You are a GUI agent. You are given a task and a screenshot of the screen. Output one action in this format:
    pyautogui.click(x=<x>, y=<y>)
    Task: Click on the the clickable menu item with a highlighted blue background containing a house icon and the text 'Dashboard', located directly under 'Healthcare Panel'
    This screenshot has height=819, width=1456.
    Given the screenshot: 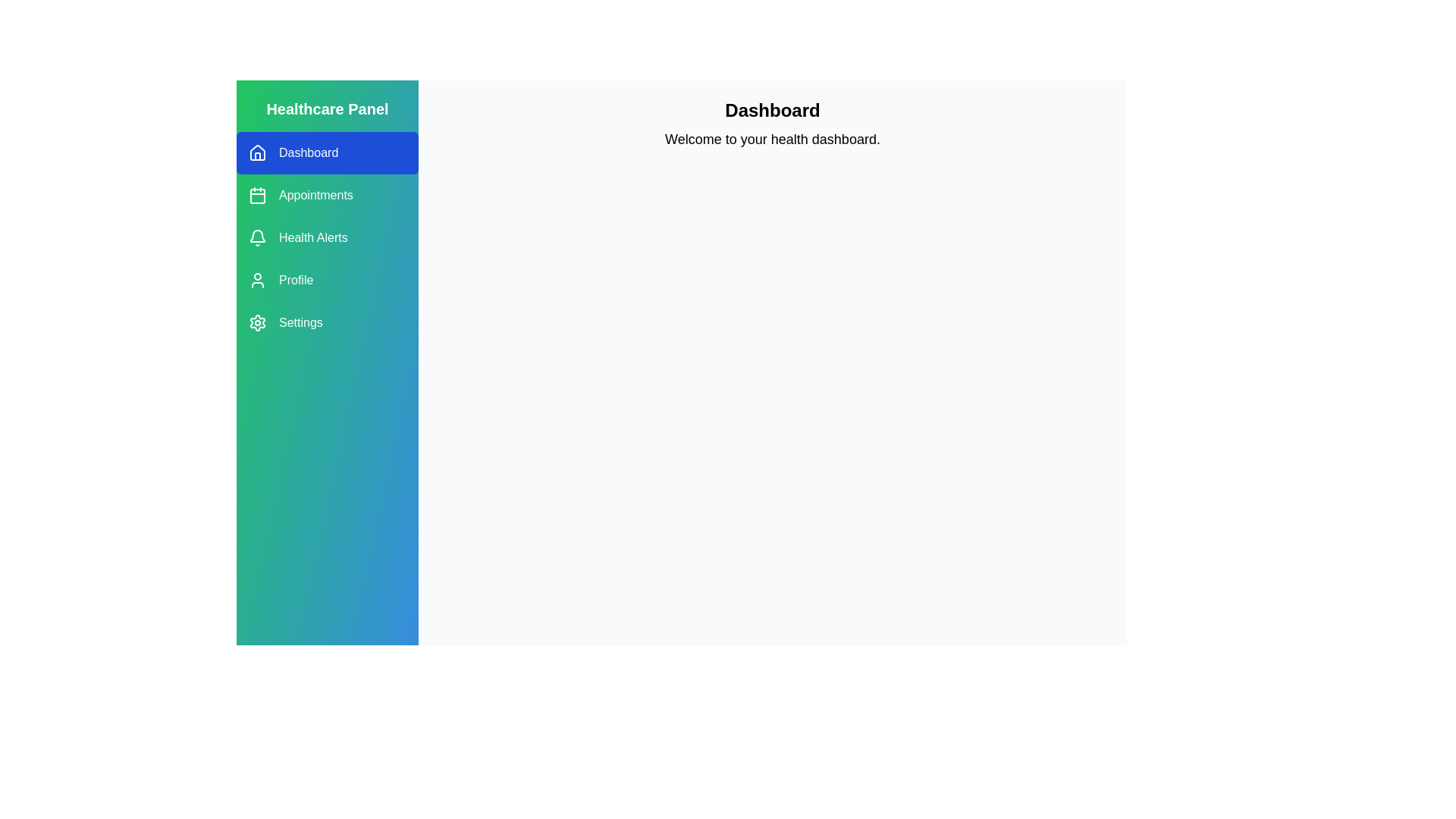 What is the action you would take?
    pyautogui.click(x=327, y=152)
    